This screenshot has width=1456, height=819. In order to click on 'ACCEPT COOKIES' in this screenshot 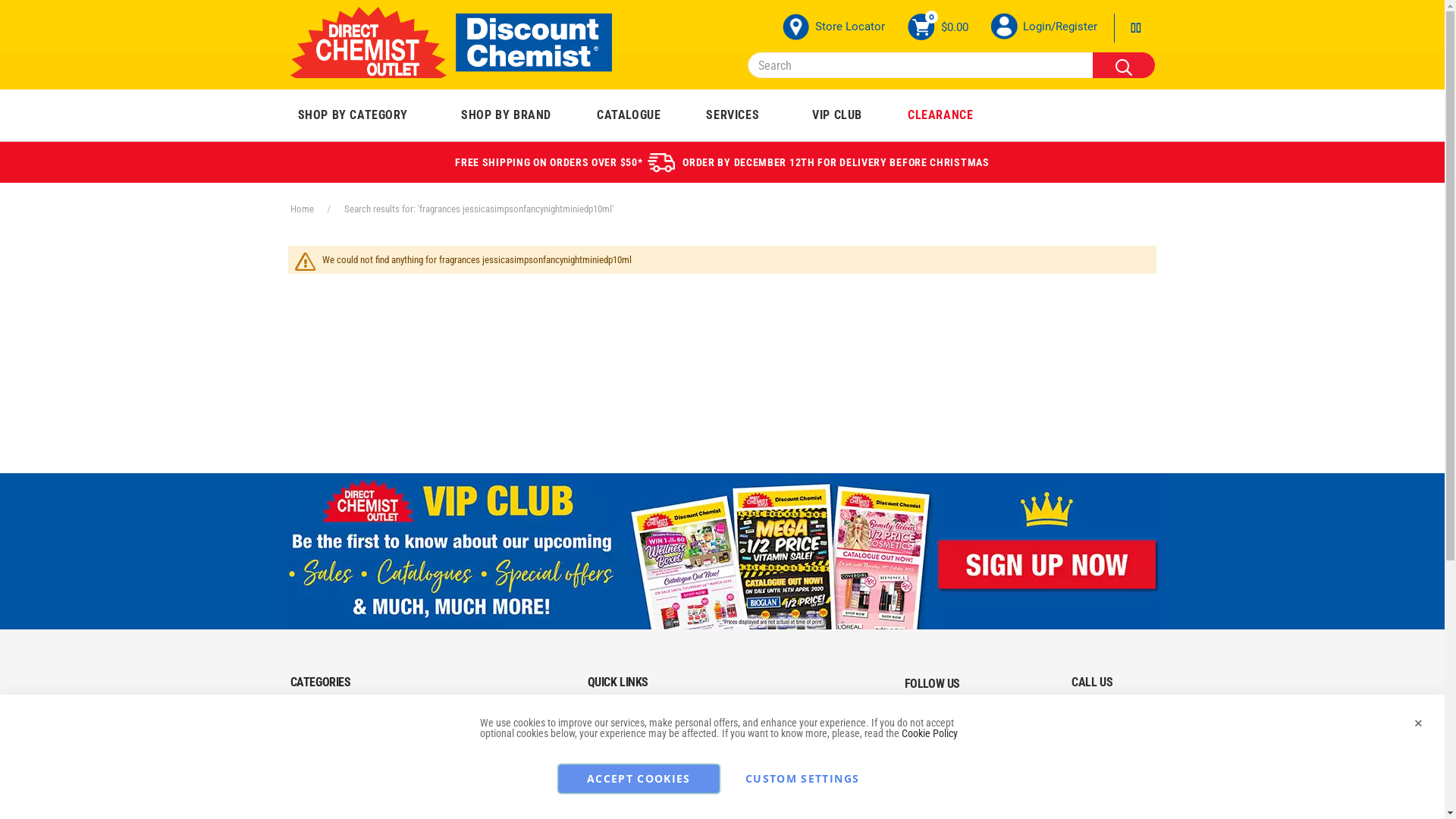, I will do `click(639, 778)`.